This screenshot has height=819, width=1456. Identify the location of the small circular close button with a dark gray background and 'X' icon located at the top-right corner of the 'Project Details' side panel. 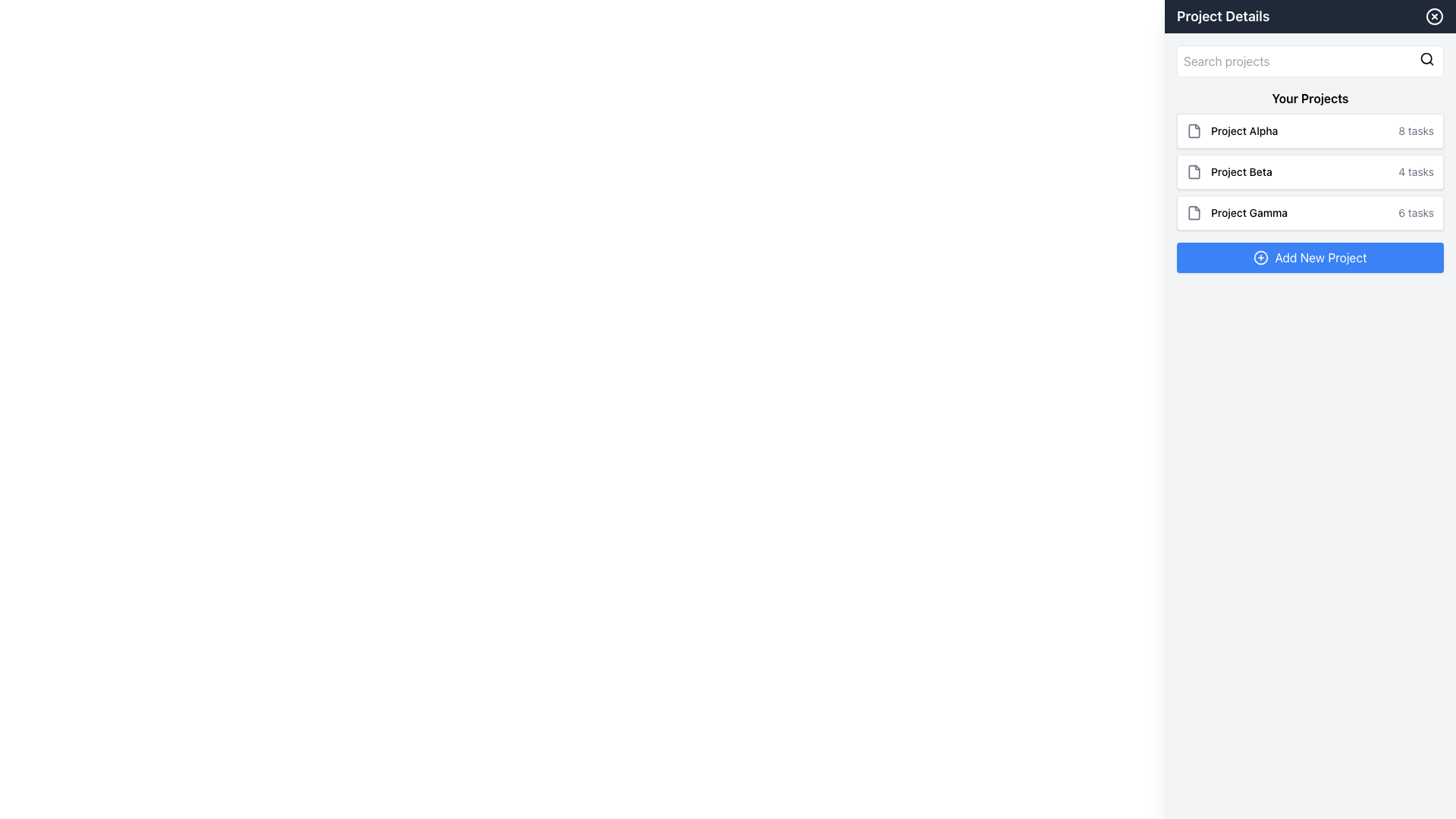
(1427, 27).